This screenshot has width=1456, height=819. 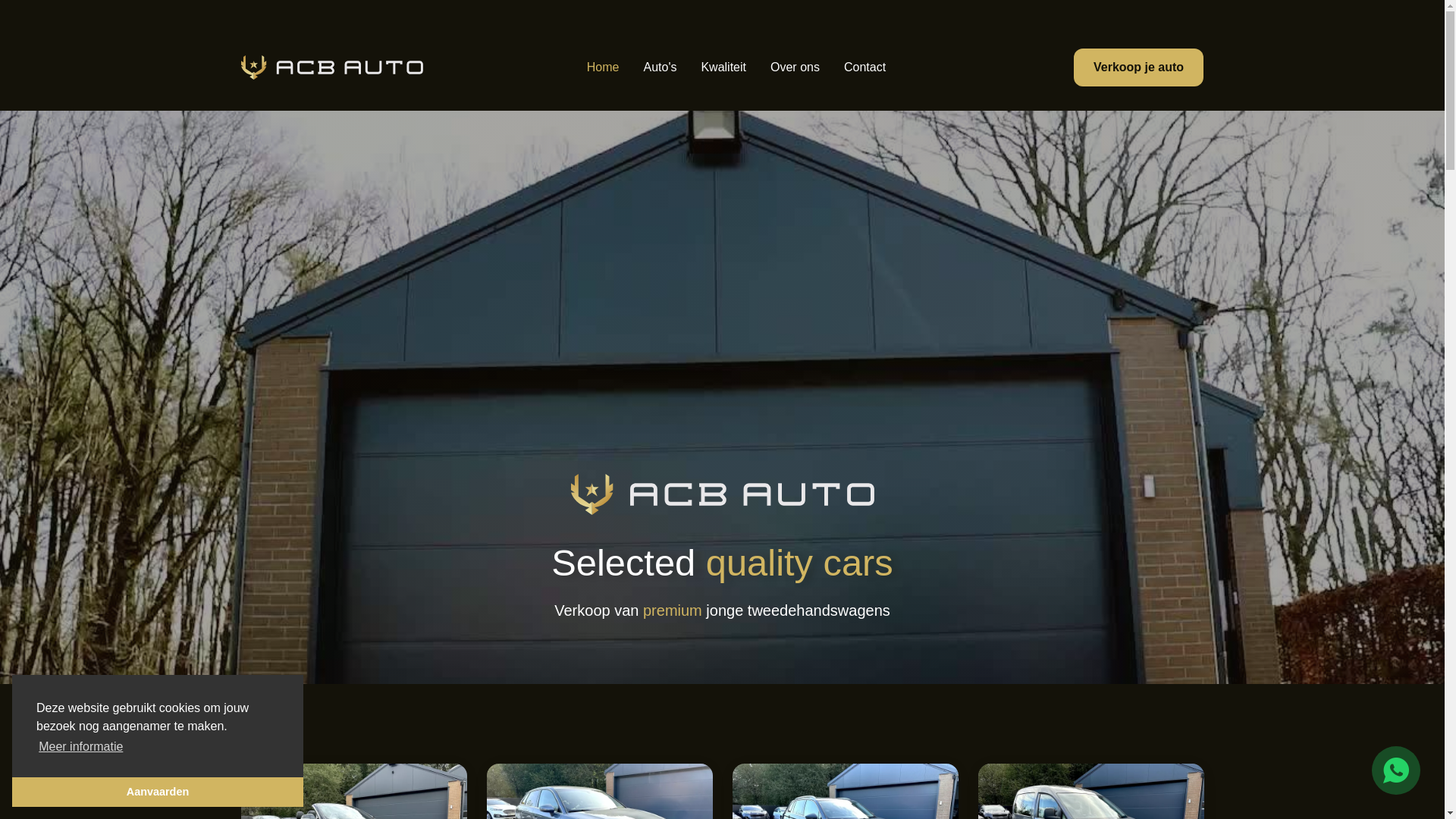 What do you see at coordinates (659, 66) in the screenshot?
I see `'Auto's'` at bounding box center [659, 66].